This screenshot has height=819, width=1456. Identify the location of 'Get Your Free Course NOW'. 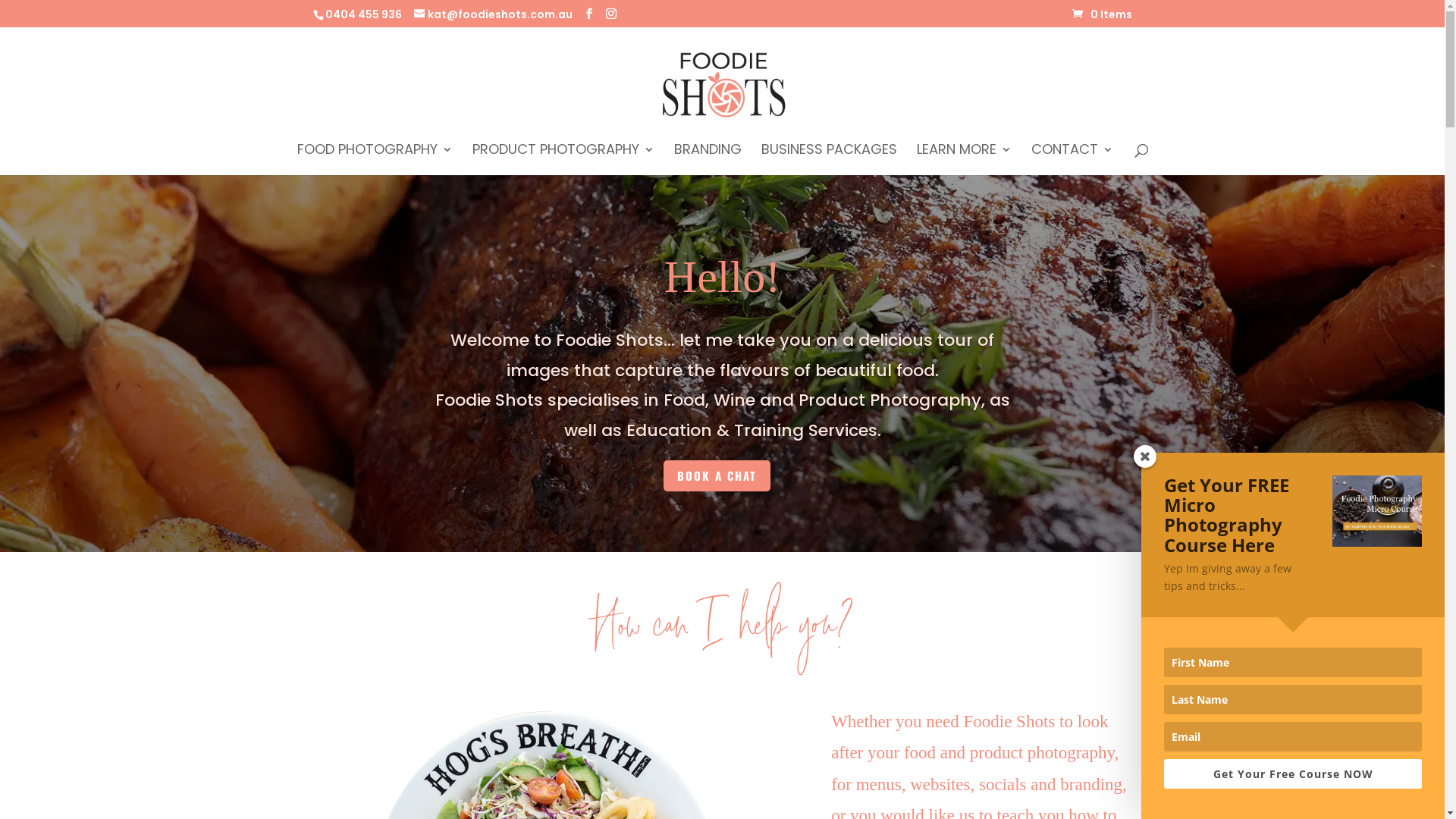
(1291, 773).